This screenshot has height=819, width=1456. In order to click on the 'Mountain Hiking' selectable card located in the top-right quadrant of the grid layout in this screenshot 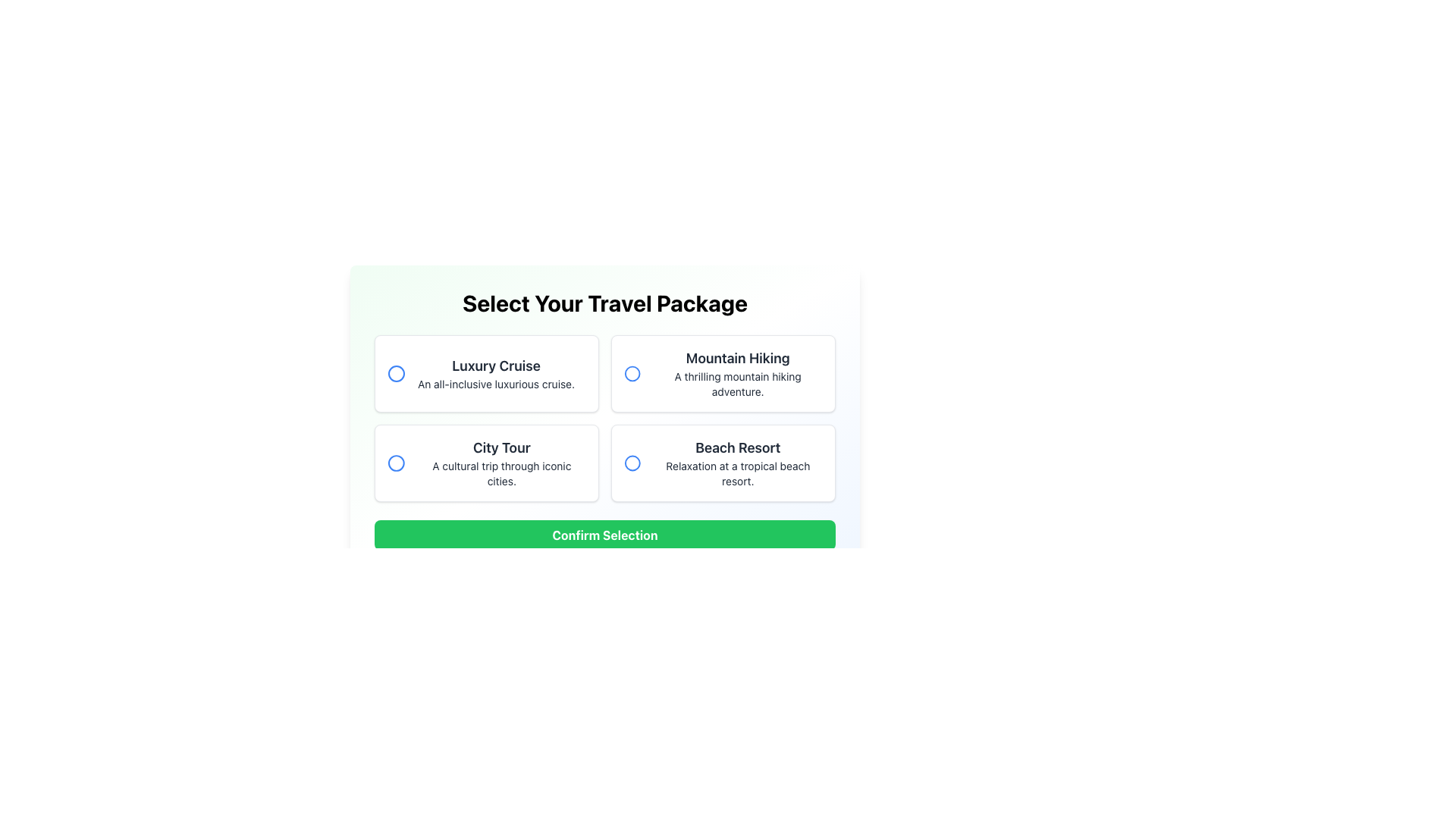, I will do `click(723, 374)`.